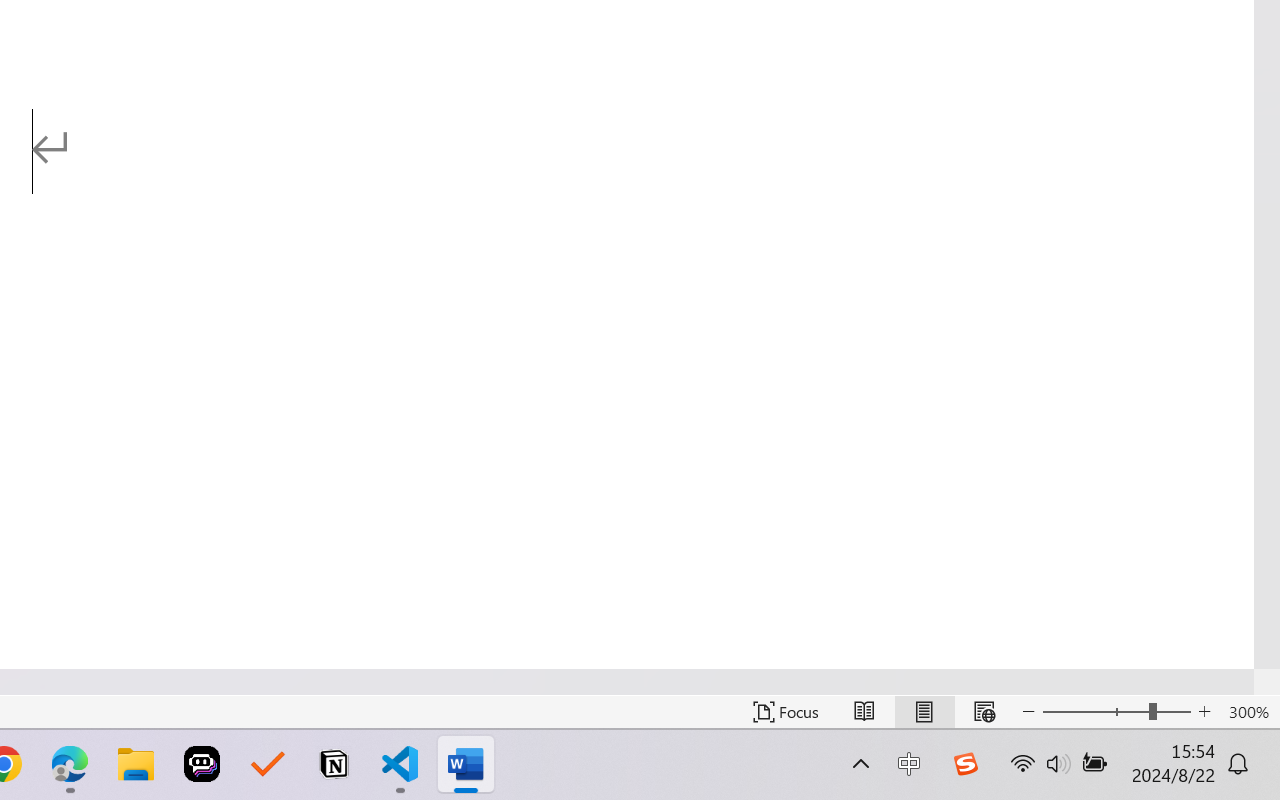 The width and height of the screenshot is (1280, 800). What do you see at coordinates (785, 711) in the screenshot?
I see `'Focus '` at bounding box center [785, 711].